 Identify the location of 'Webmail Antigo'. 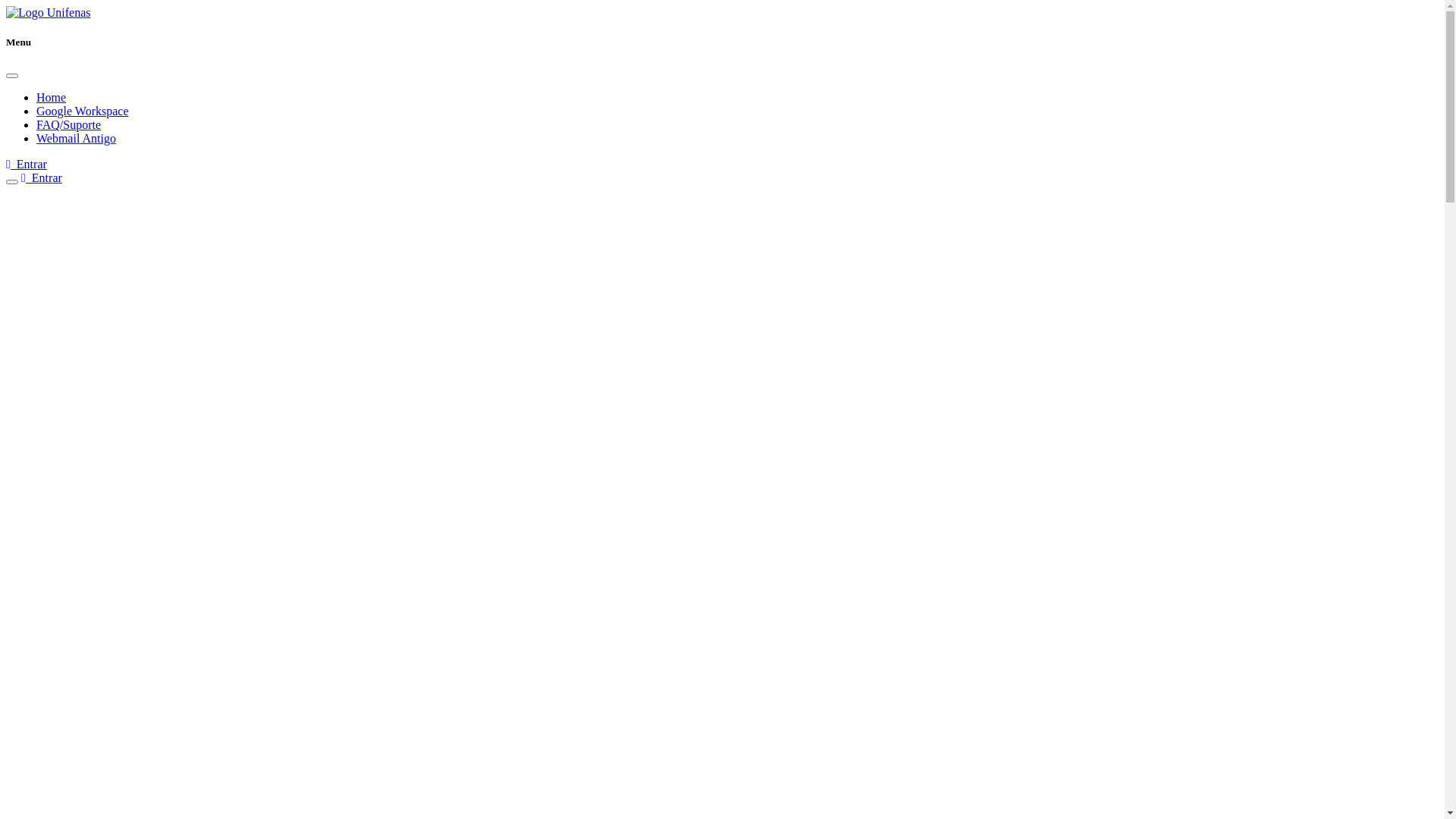
(75, 138).